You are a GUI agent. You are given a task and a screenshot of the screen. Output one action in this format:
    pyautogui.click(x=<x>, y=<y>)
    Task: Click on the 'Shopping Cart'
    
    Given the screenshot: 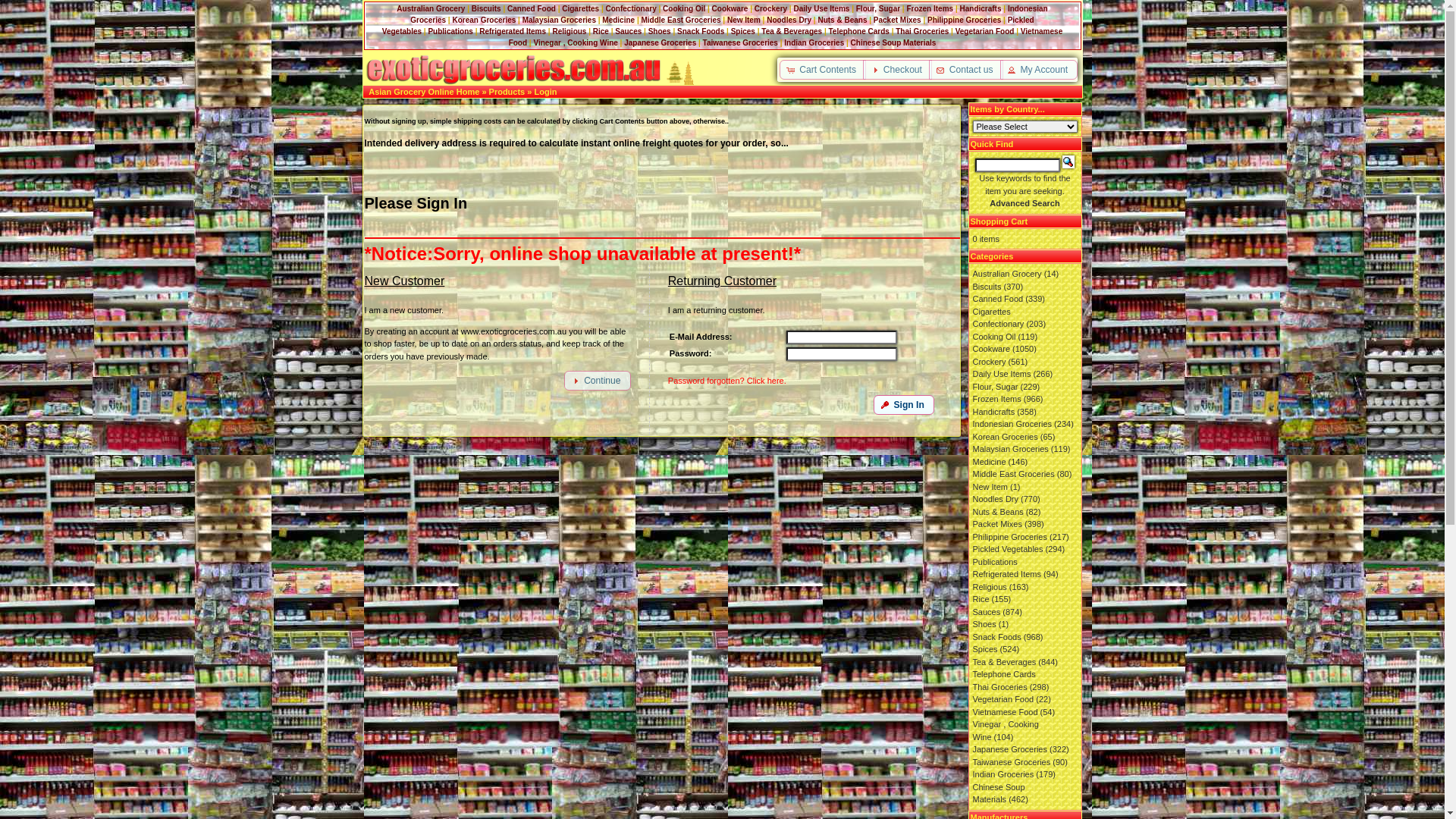 What is the action you would take?
    pyautogui.click(x=999, y=221)
    